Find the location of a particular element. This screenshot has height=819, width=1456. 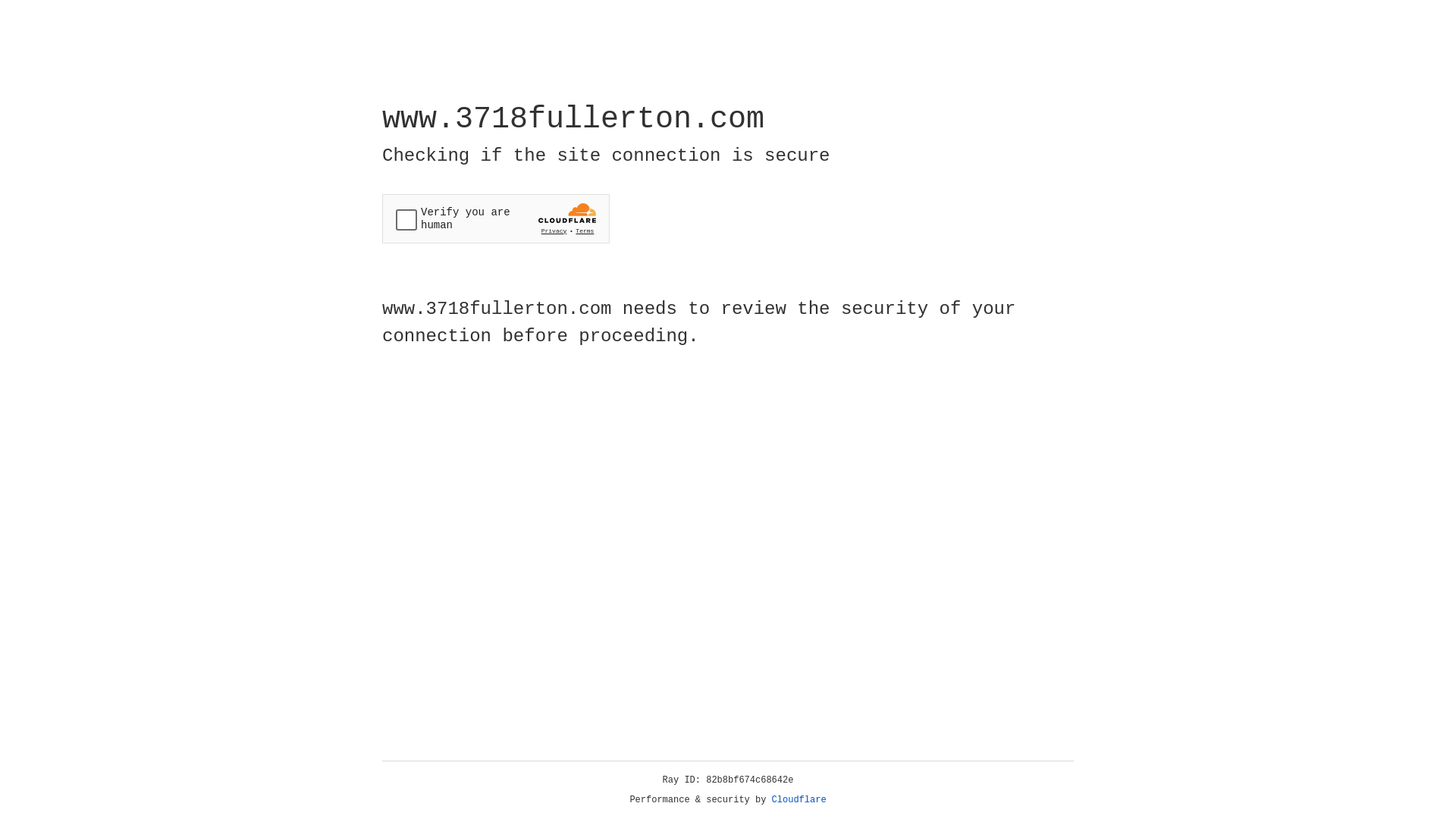

'Cloudflare' is located at coordinates (799, 799).